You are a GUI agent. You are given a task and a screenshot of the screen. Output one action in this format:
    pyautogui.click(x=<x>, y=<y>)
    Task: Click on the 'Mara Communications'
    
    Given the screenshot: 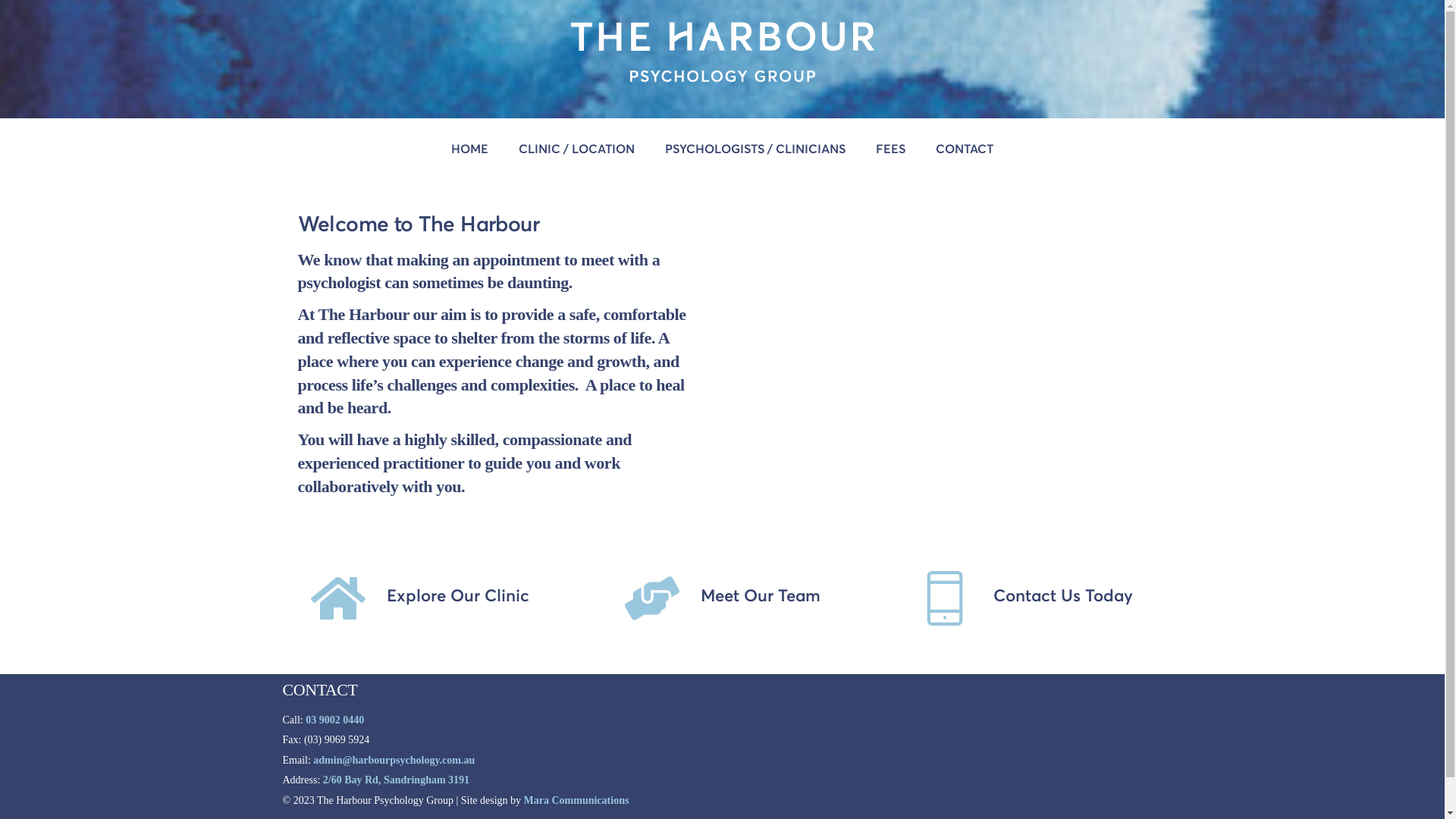 What is the action you would take?
    pyautogui.click(x=524, y=799)
    